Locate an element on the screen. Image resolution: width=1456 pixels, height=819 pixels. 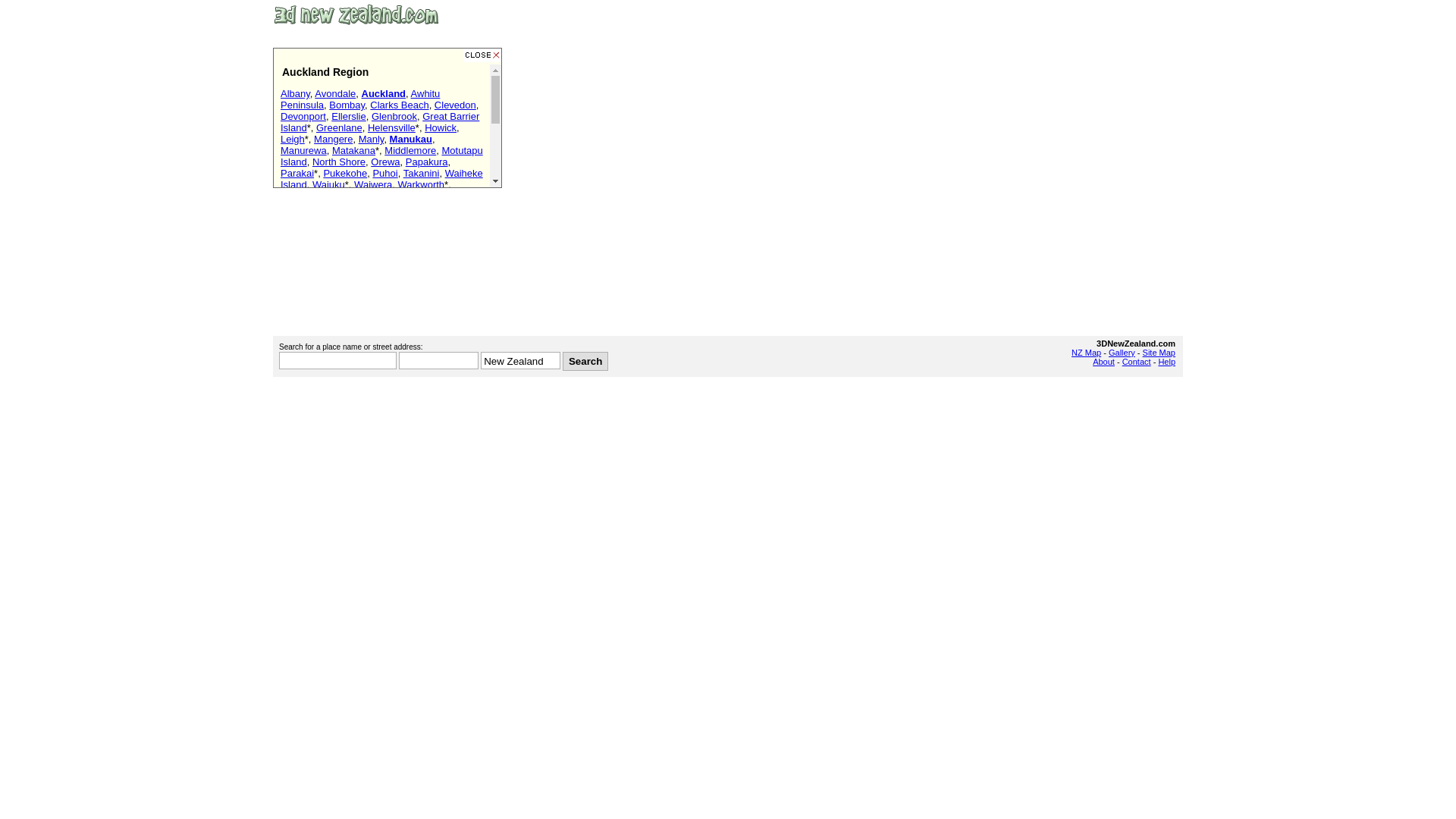
'Clevedon' is located at coordinates (433, 104).